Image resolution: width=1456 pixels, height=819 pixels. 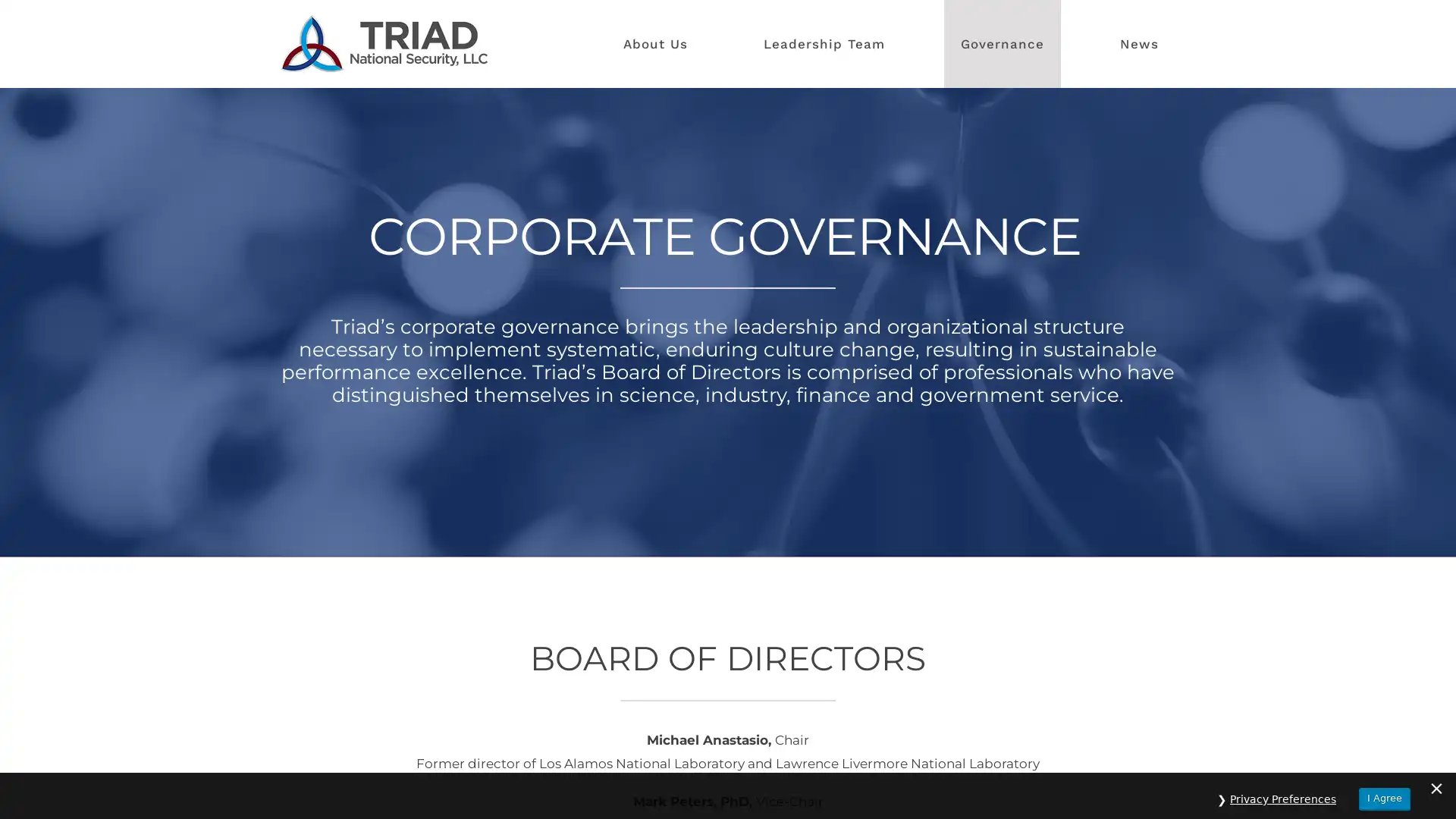 What do you see at coordinates (1384, 790) in the screenshot?
I see `I Agree` at bounding box center [1384, 790].